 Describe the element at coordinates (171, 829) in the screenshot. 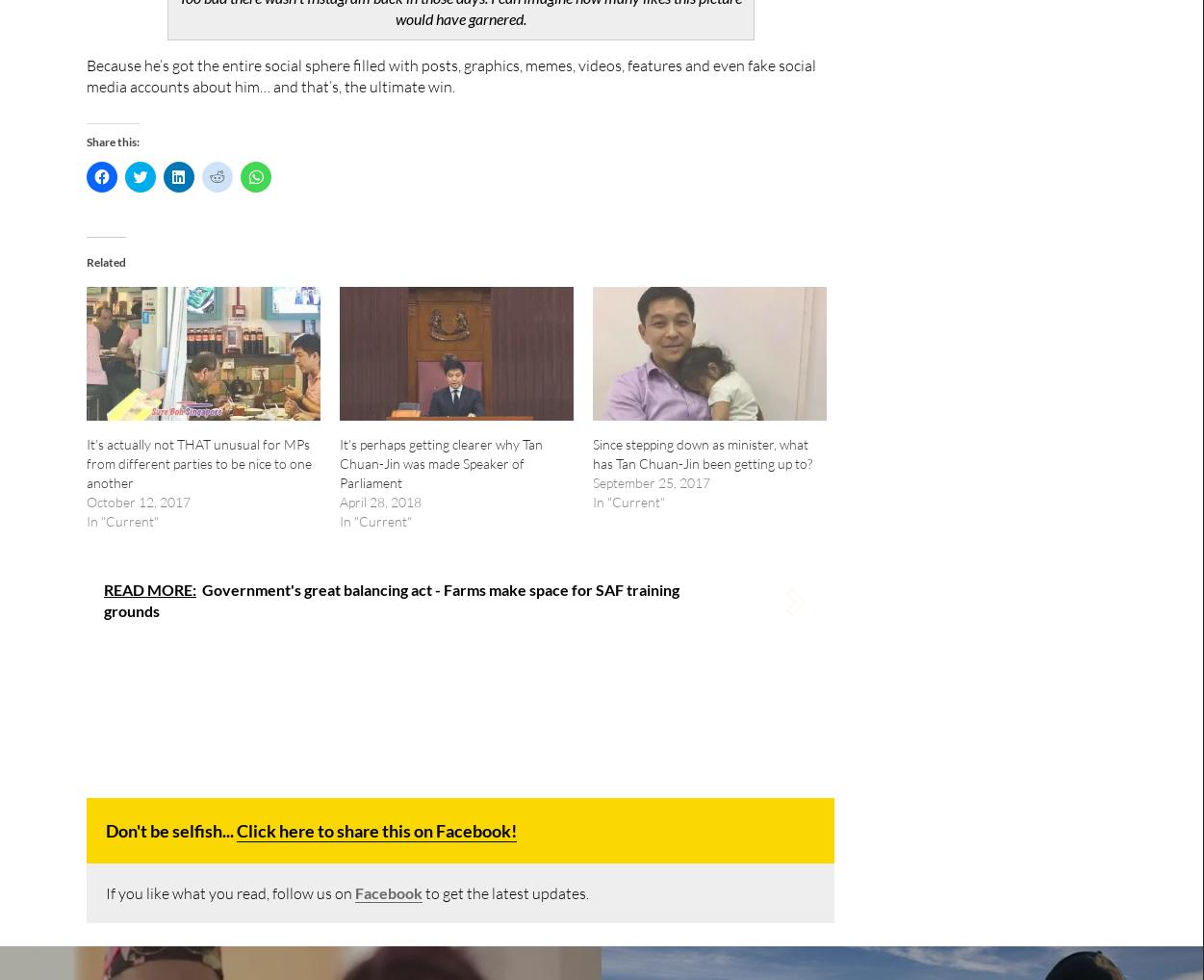

I see `'Don't be selfish...'` at that location.